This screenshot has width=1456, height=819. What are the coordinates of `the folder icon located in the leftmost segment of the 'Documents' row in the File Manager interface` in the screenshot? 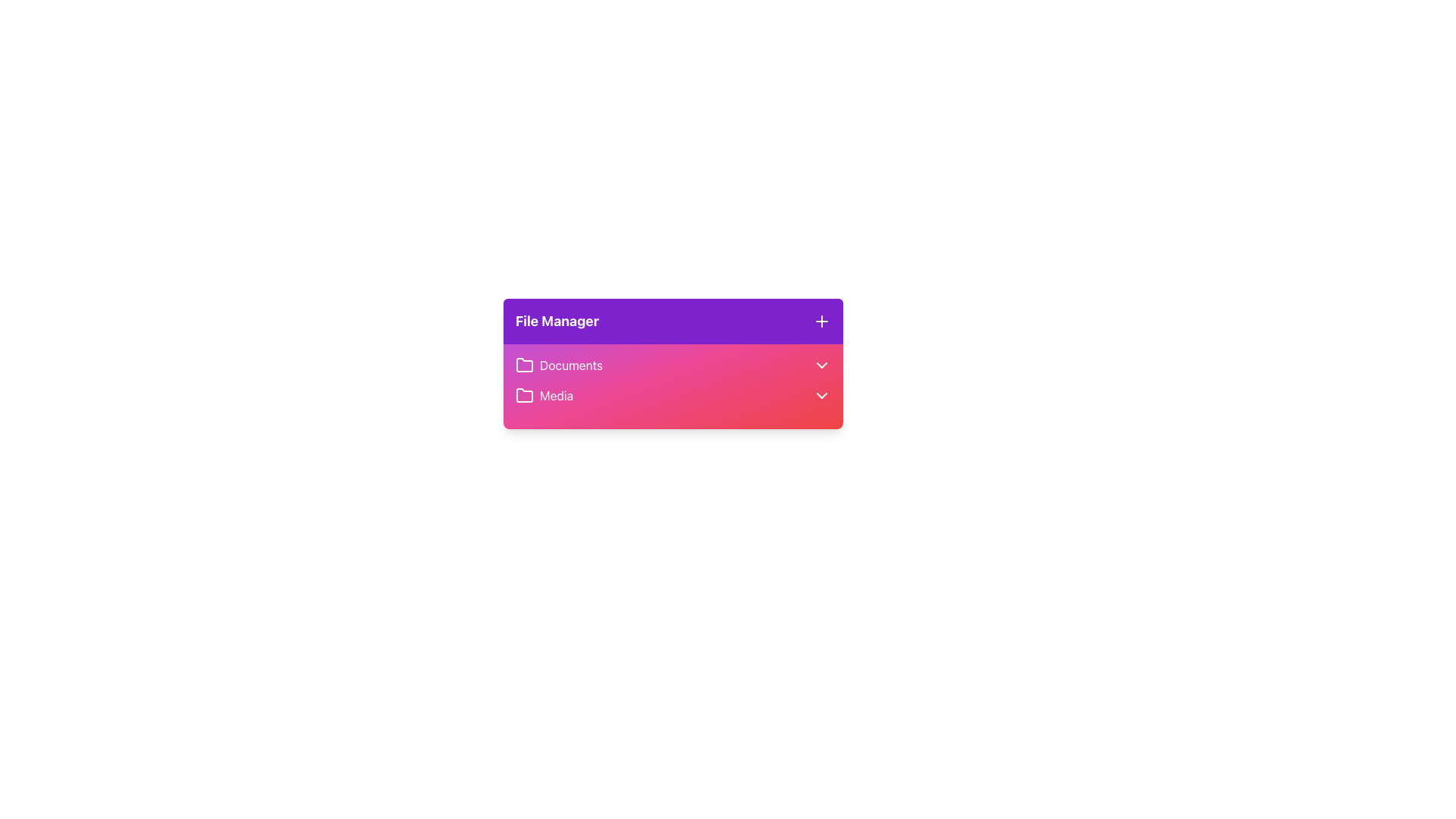 It's located at (524, 366).